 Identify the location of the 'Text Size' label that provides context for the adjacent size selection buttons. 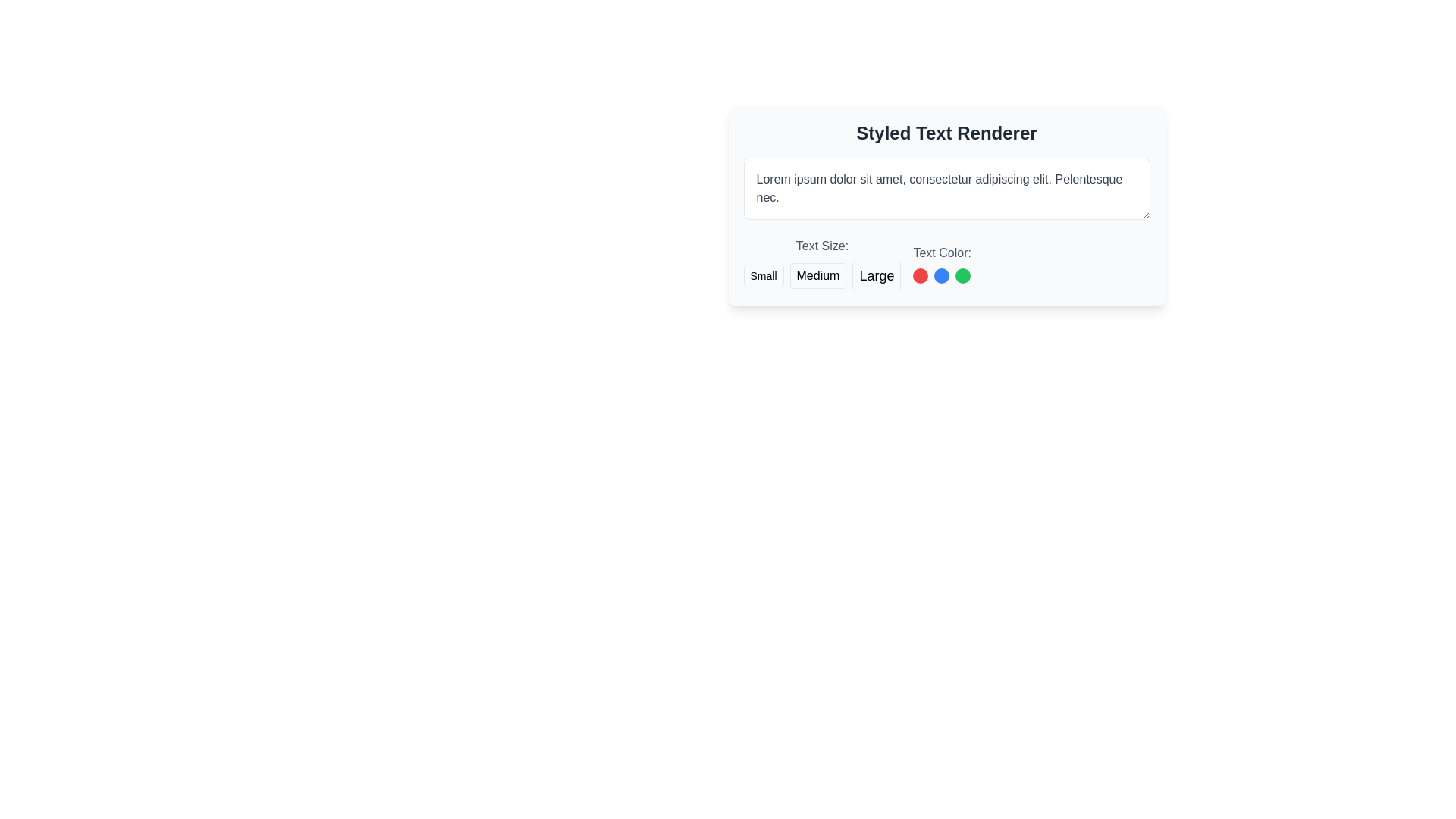
(821, 245).